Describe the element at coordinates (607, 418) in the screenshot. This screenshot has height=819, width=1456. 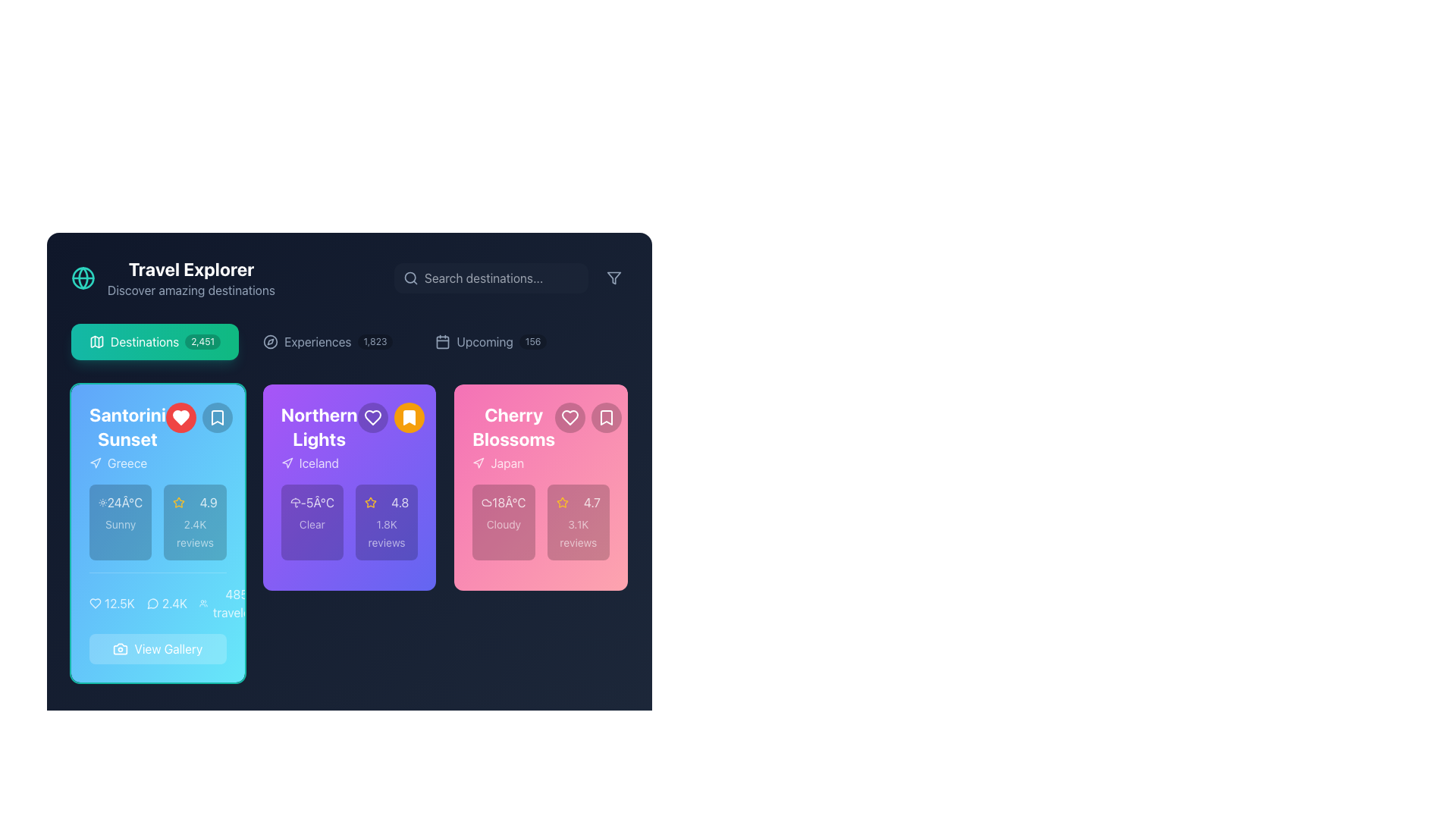
I see `the bookmark icon button located at the top-right corner of the 'Cherry Blossoms, Japan' card` at that location.